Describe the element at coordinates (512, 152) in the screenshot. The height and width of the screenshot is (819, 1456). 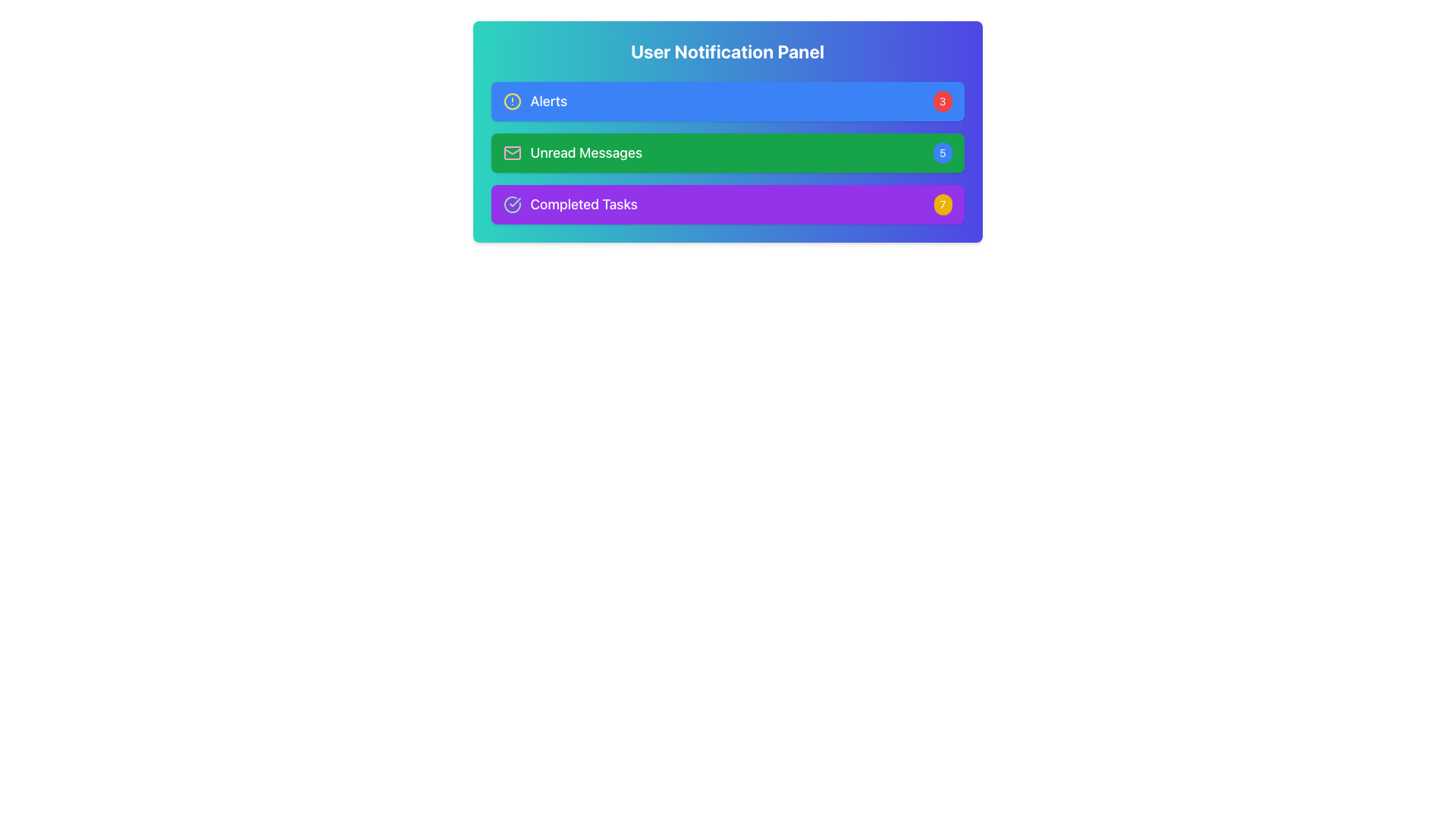
I see `the unread messages icon located to the immediate left of the text 'Unread Messages'` at that location.